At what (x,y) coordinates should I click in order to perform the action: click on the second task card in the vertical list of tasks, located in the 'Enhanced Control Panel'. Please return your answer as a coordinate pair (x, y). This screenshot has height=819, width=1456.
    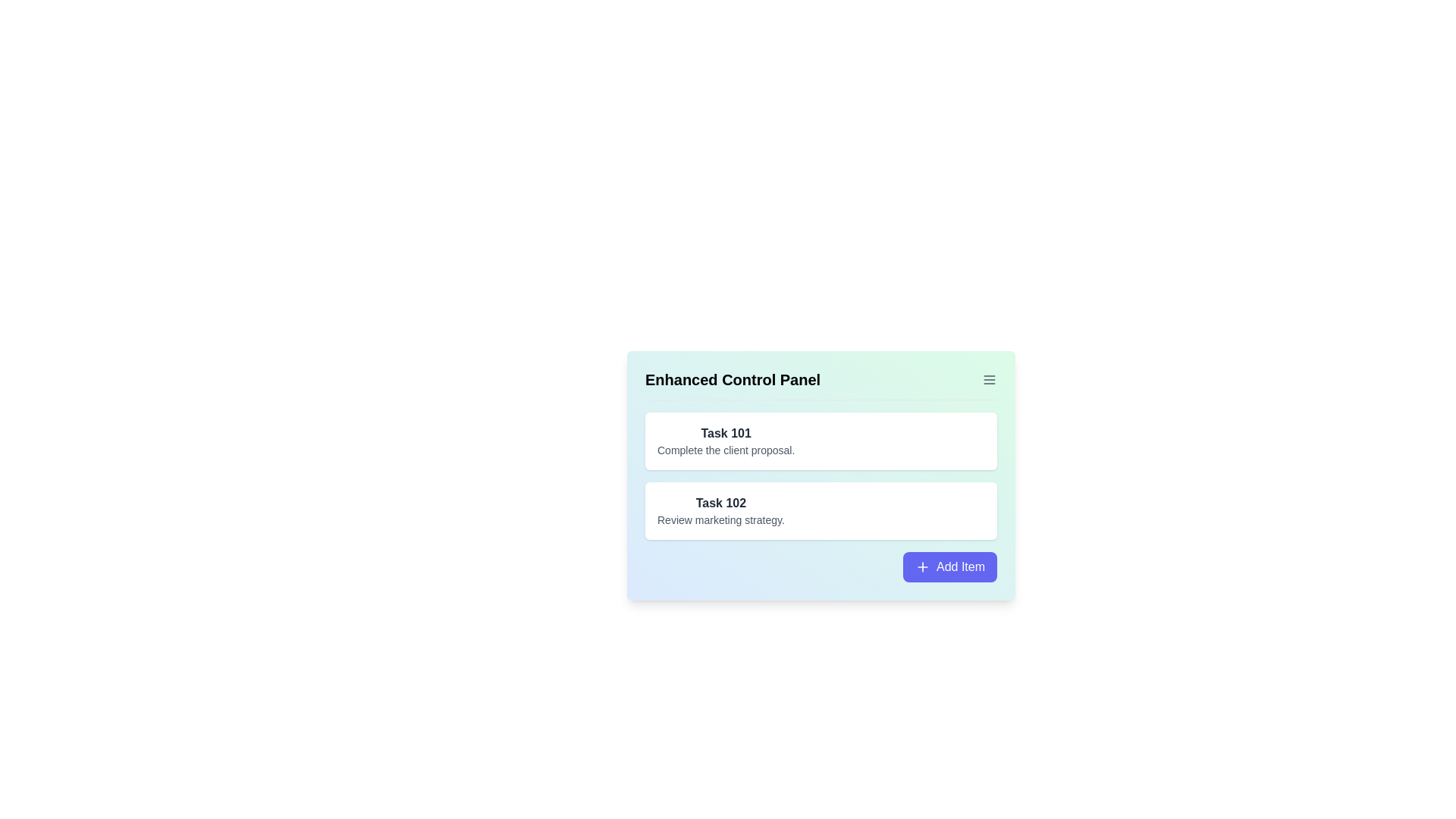
    Looking at the image, I should click on (821, 511).